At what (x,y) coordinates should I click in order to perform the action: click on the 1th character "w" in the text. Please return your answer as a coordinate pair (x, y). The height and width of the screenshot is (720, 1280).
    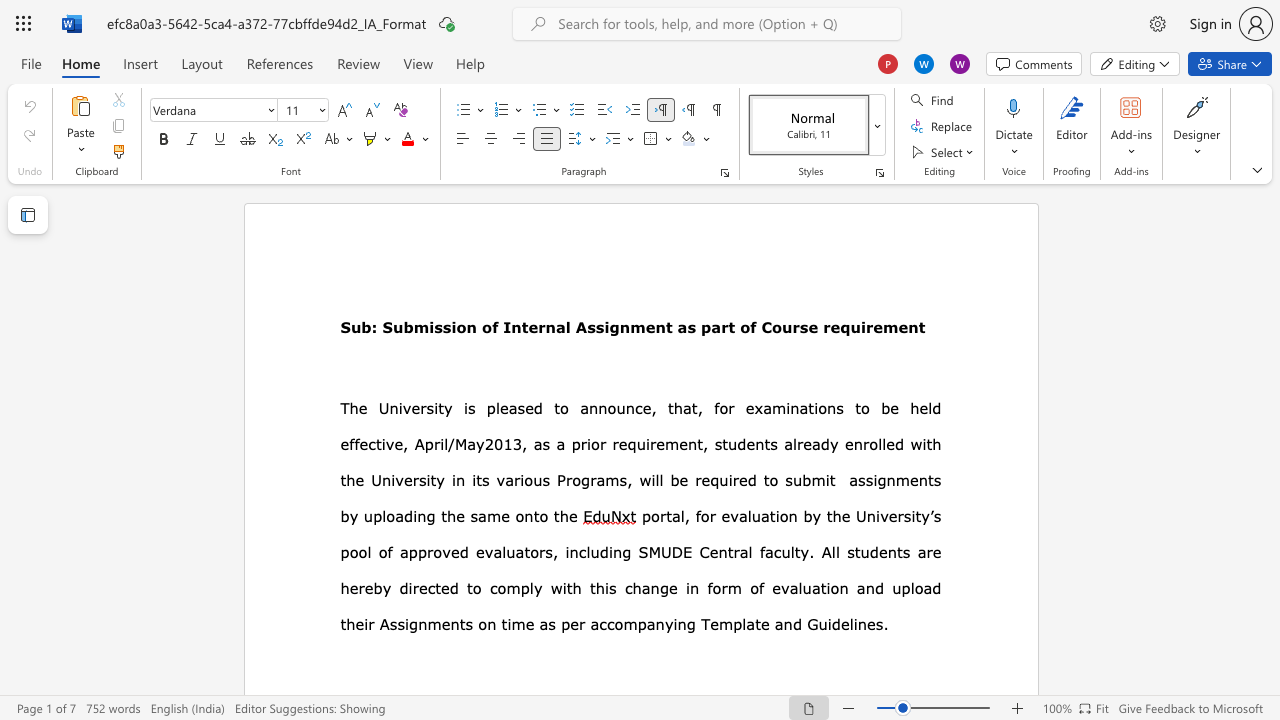
    Looking at the image, I should click on (556, 587).